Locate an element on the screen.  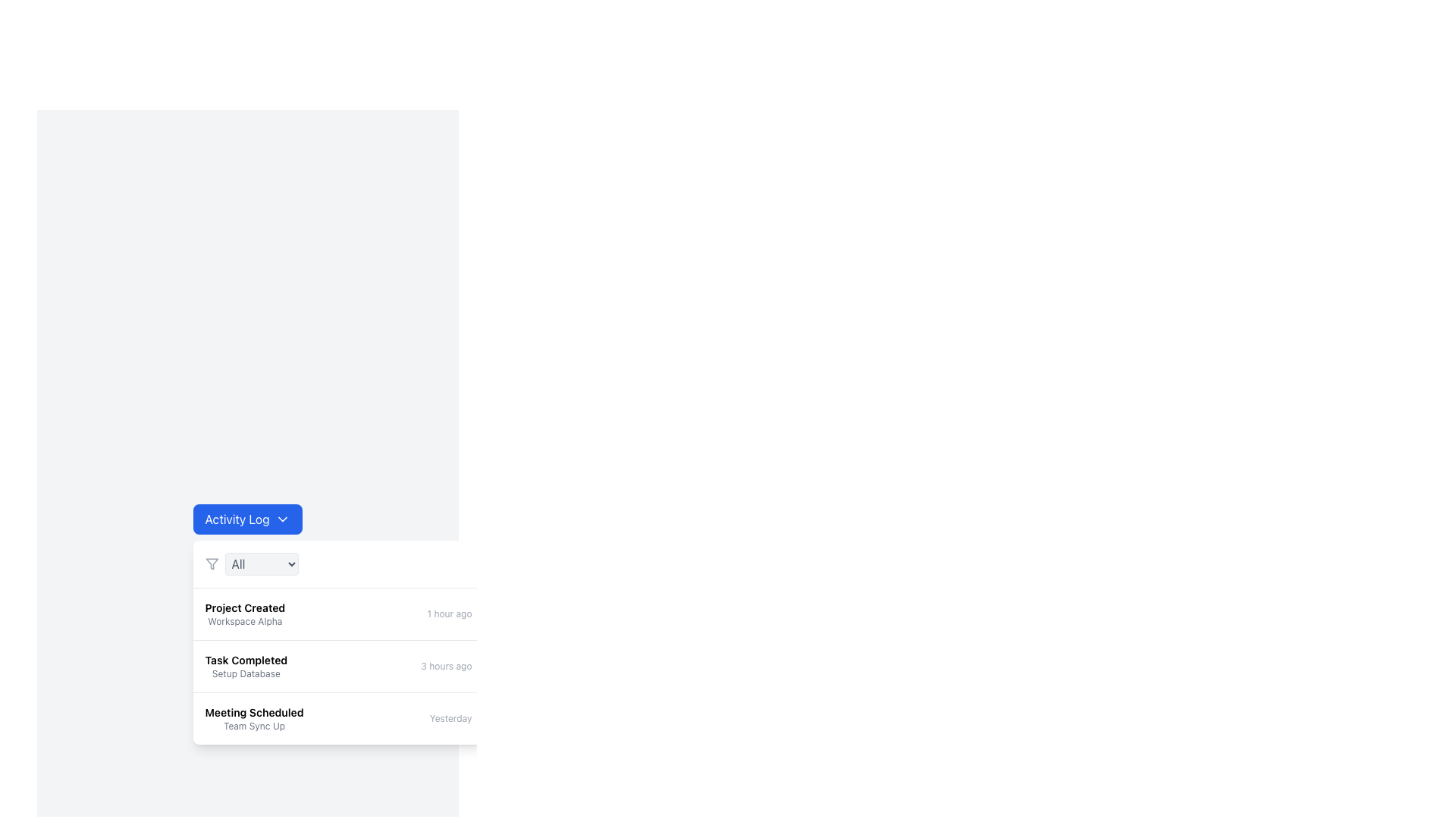
the activity log entry that summarizes the completed task of setting up a database, positioned between 'Project Created' and 'Meeting Scheduled' is located at coordinates (246, 666).